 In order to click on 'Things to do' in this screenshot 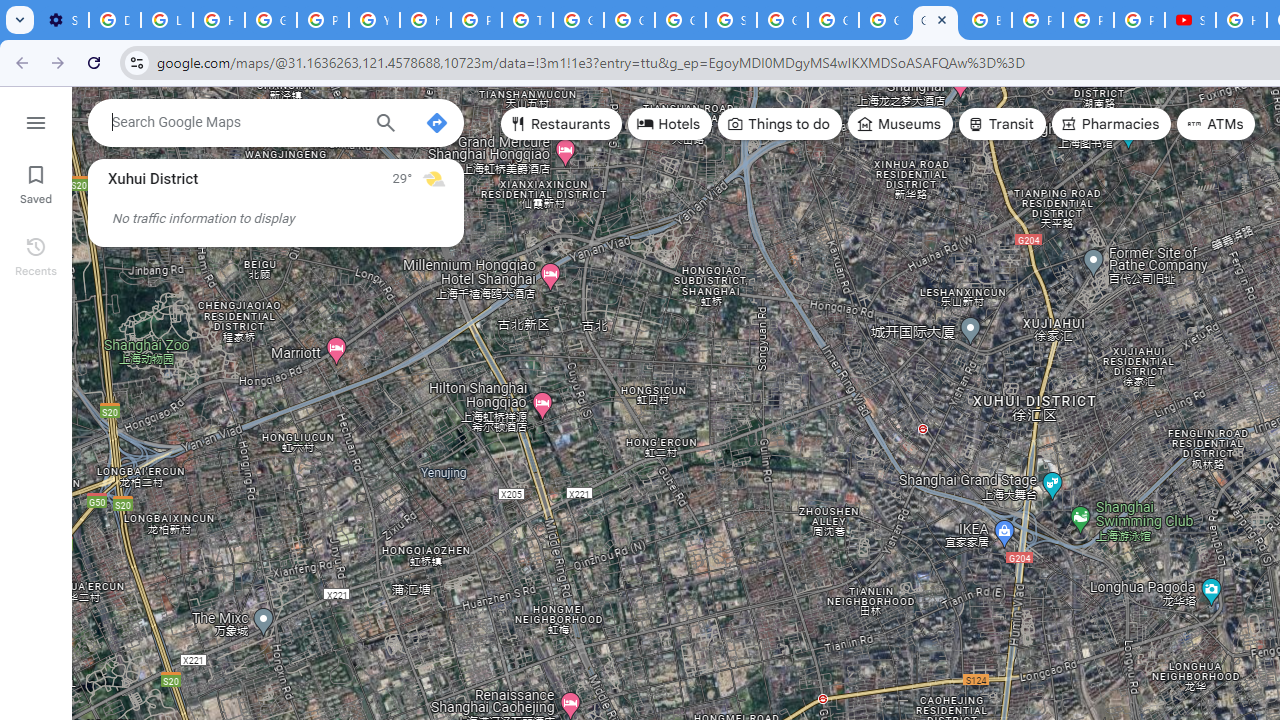, I will do `click(779, 124)`.